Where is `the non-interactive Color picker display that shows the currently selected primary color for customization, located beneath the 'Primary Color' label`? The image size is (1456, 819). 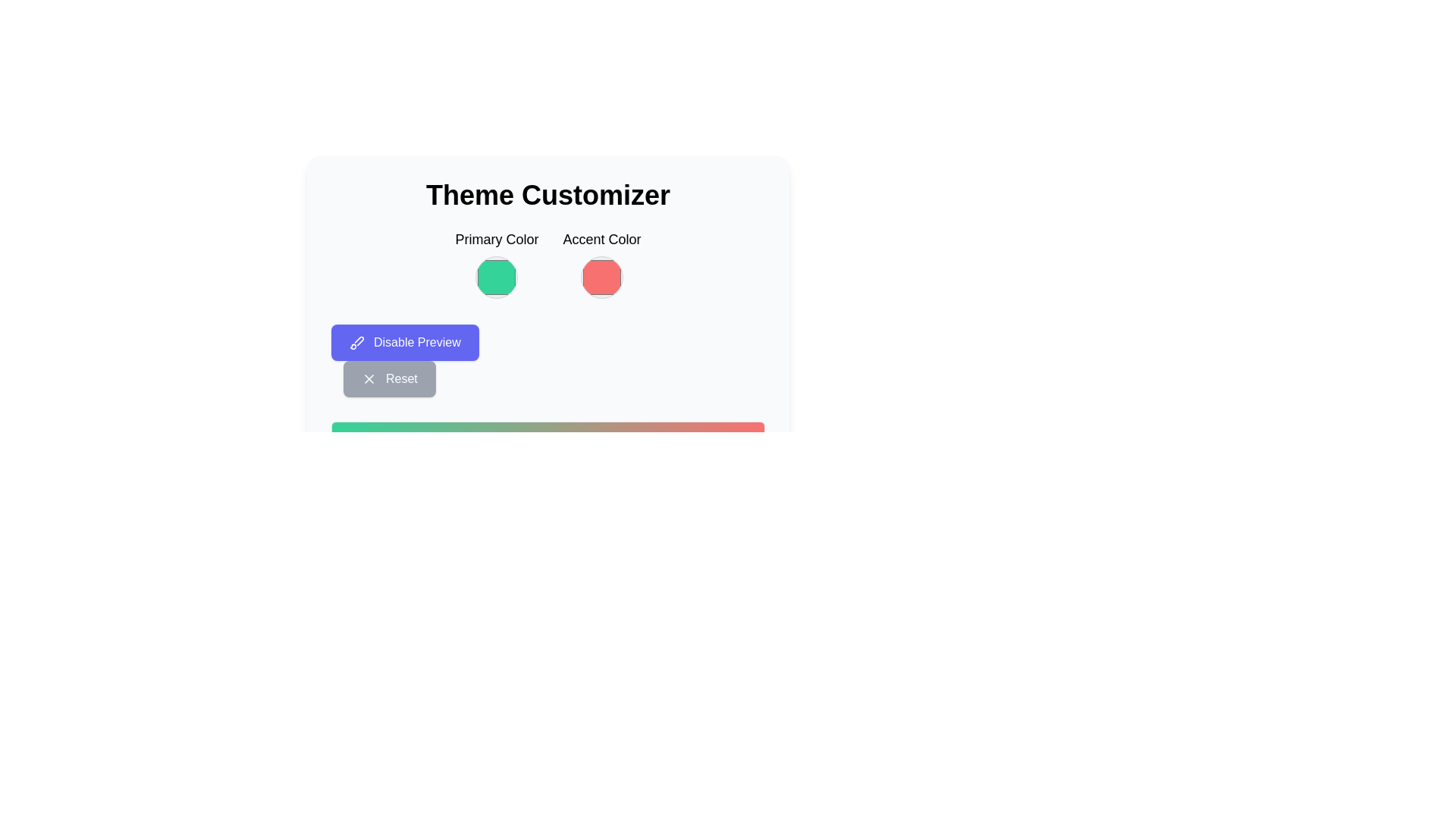 the non-interactive Color picker display that shows the currently selected primary color for customization, located beneath the 'Primary Color' label is located at coordinates (497, 263).